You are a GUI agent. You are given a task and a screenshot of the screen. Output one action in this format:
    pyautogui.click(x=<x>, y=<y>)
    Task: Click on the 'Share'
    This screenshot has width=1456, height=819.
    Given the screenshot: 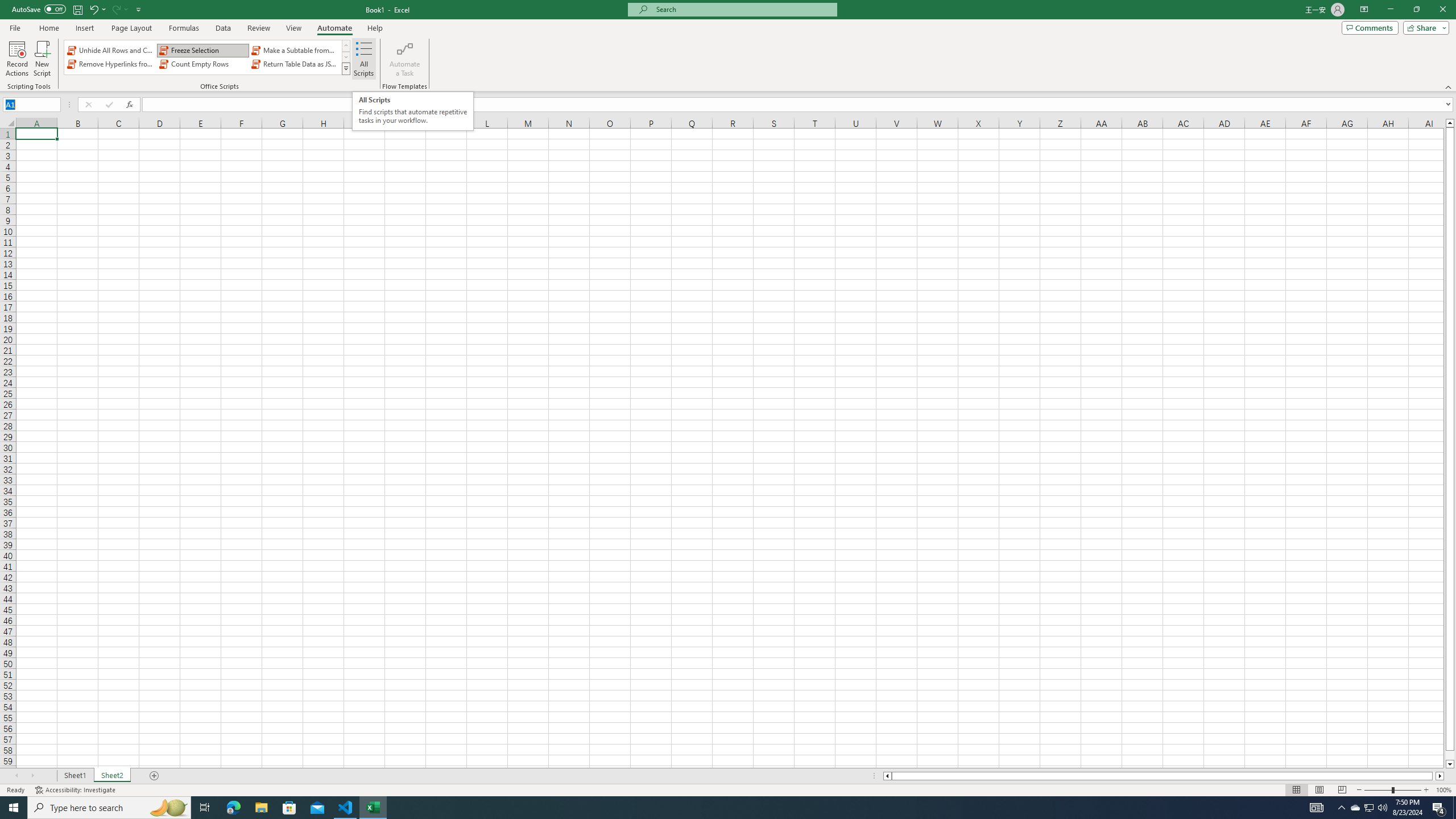 What is the action you would take?
    pyautogui.click(x=1423, y=27)
    